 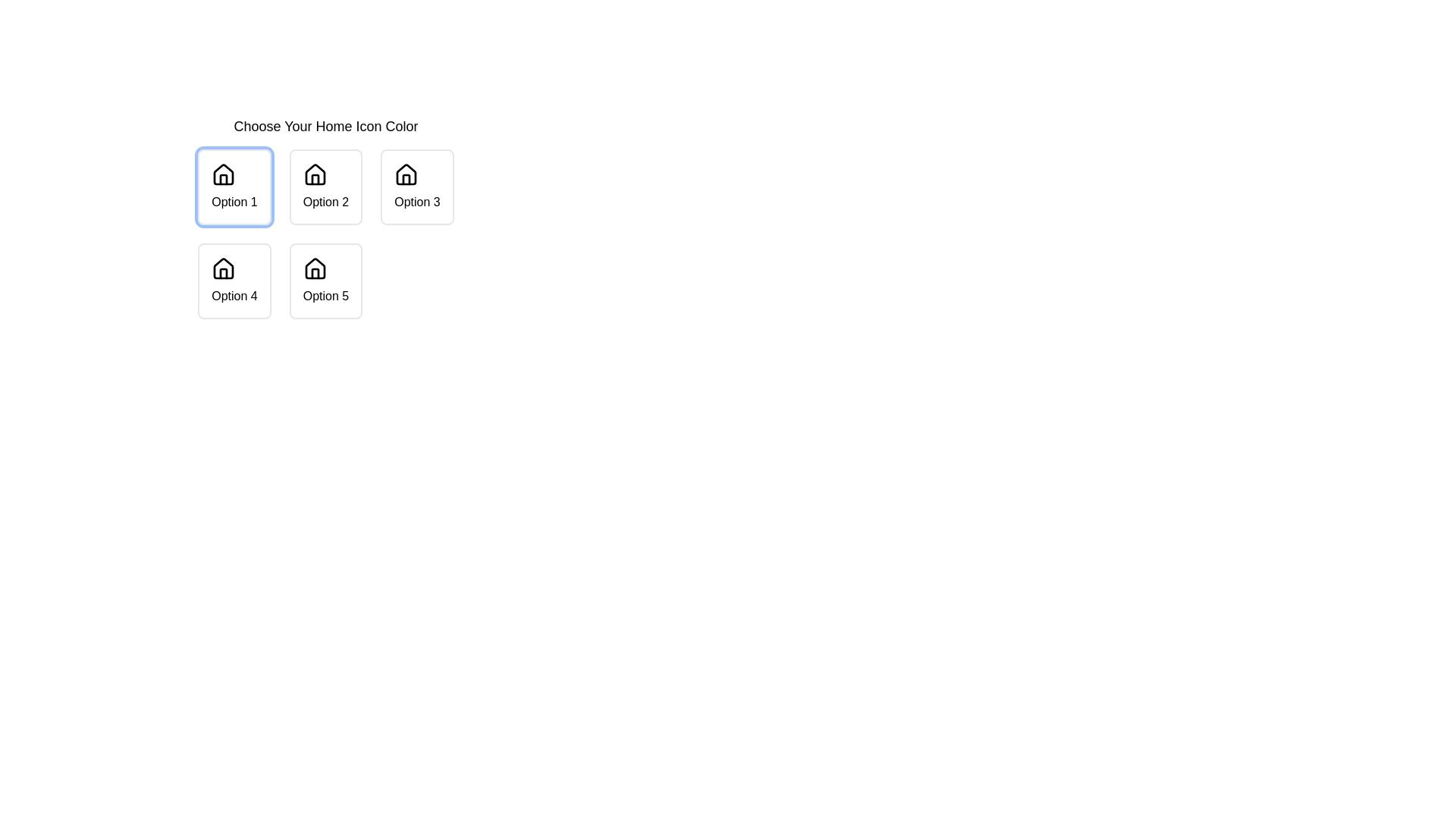 What do you see at coordinates (325, 201) in the screenshot?
I see `the text label displaying 'Option 2', which is styled with centered alignment and positioned below a house icon in a grid selection interface` at bounding box center [325, 201].